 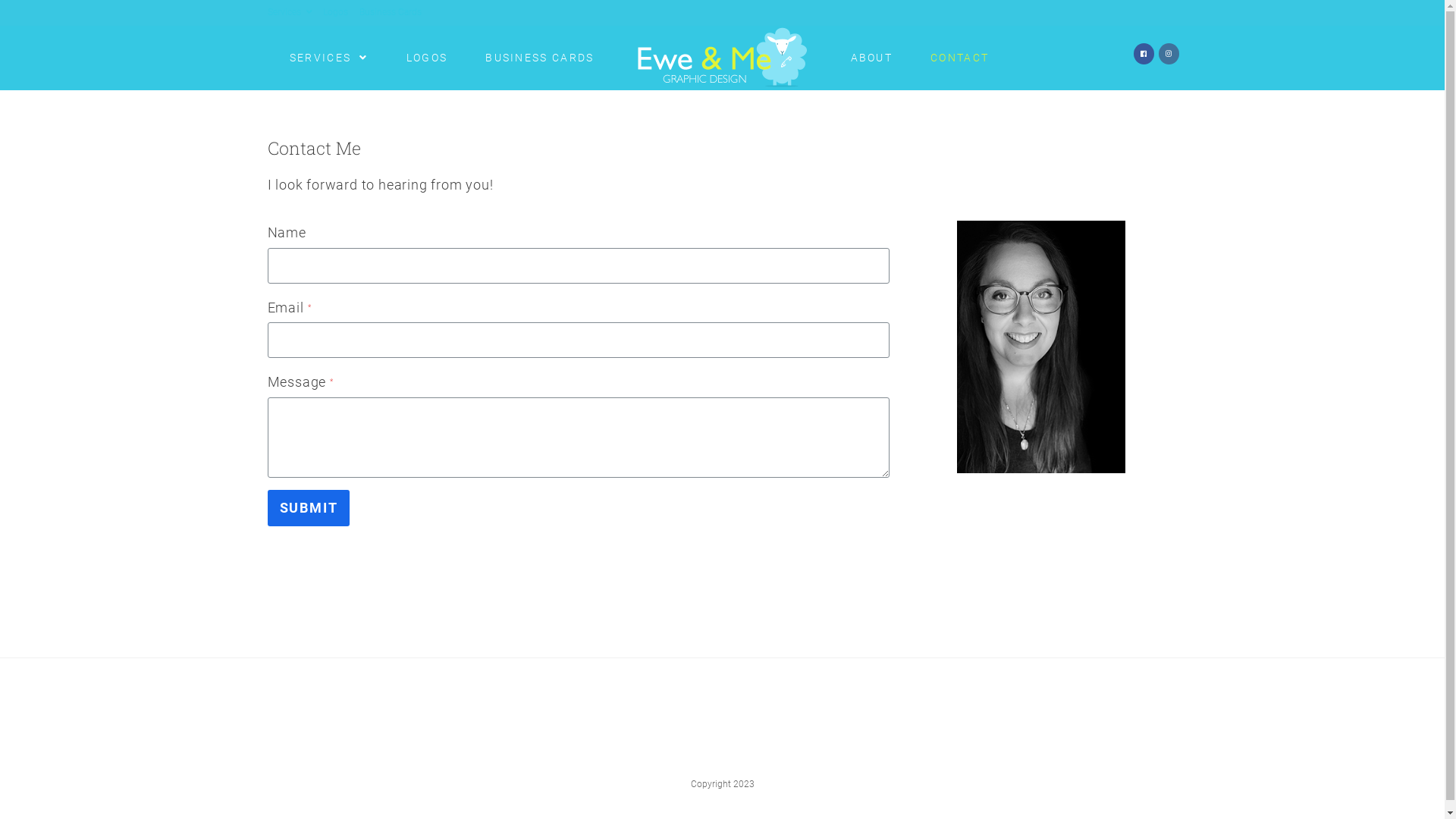 What do you see at coordinates (270, 57) in the screenshot?
I see `'SERVICES'` at bounding box center [270, 57].